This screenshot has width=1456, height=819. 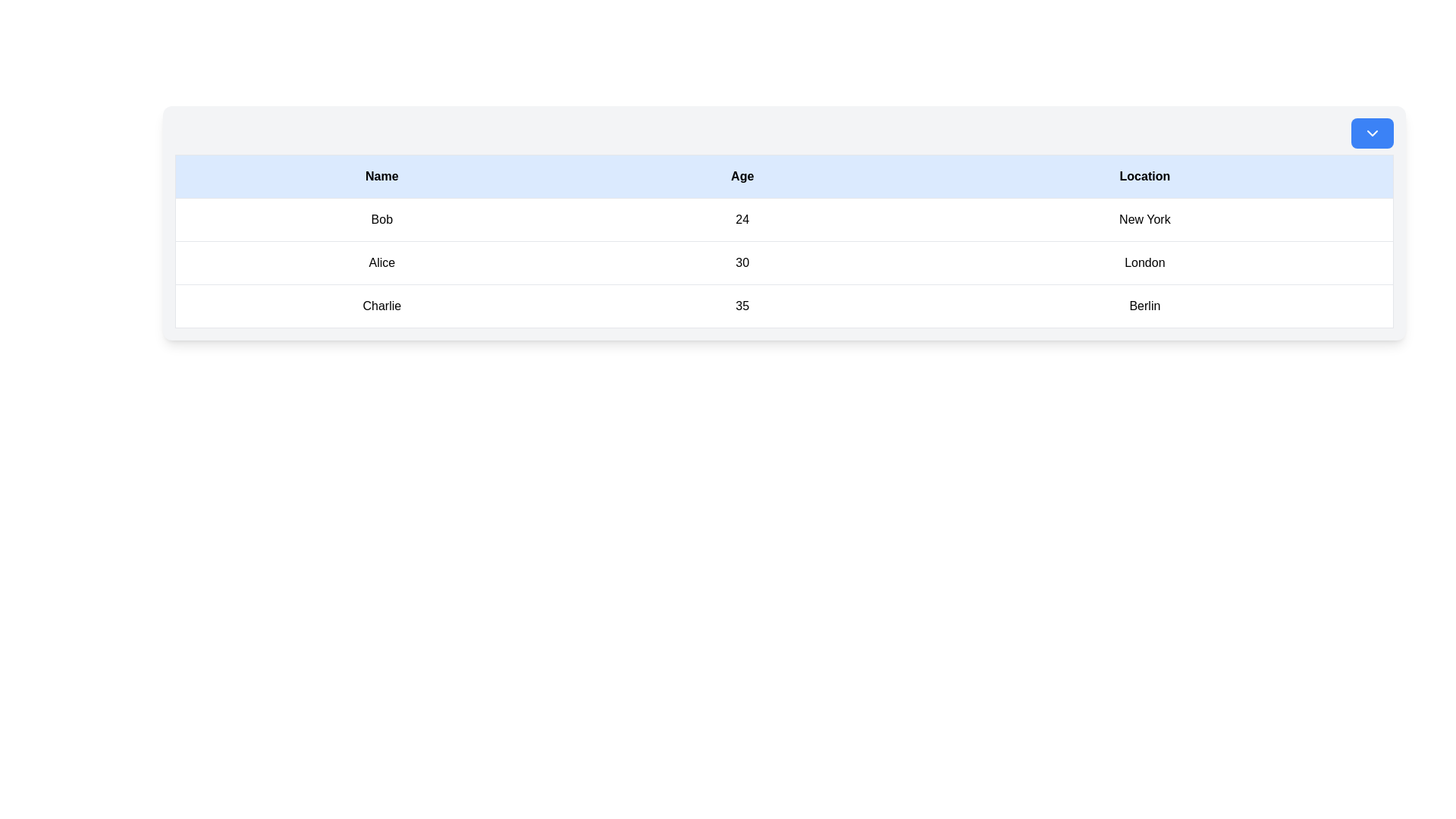 What do you see at coordinates (1372, 133) in the screenshot?
I see `the downward-facing chevron icon located at the top right corner of the displayed table, which is part of a blue rounded rectangular button` at bounding box center [1372, 133].